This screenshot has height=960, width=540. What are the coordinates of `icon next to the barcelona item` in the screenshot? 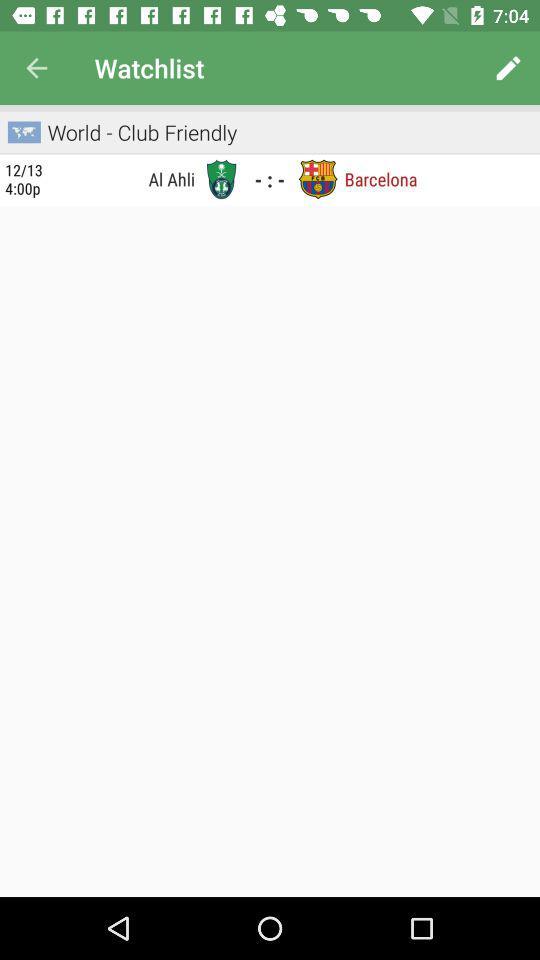 It's located at (318, 178).